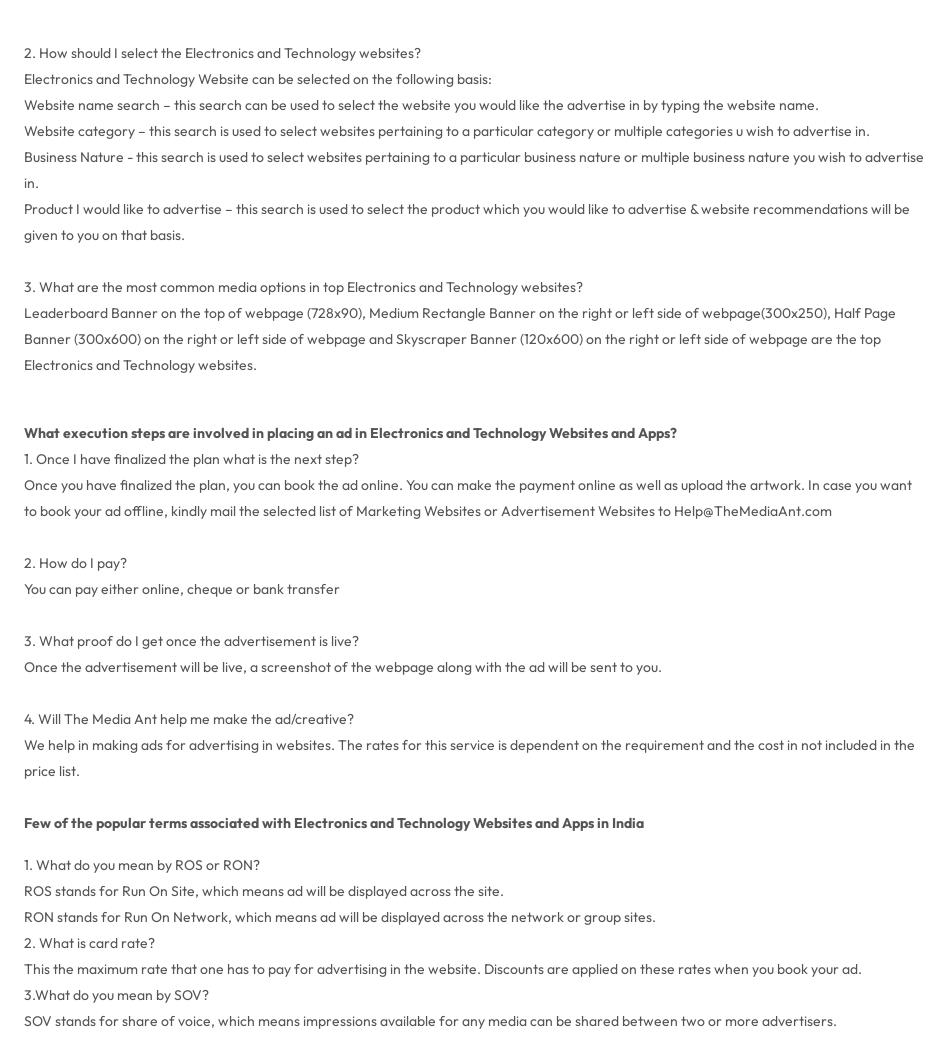 The image size is (950, 1051). Describe the element at coordinates (115, 994) in the screenshot. I see `'3.What do you mean by SOV?'` at that location.